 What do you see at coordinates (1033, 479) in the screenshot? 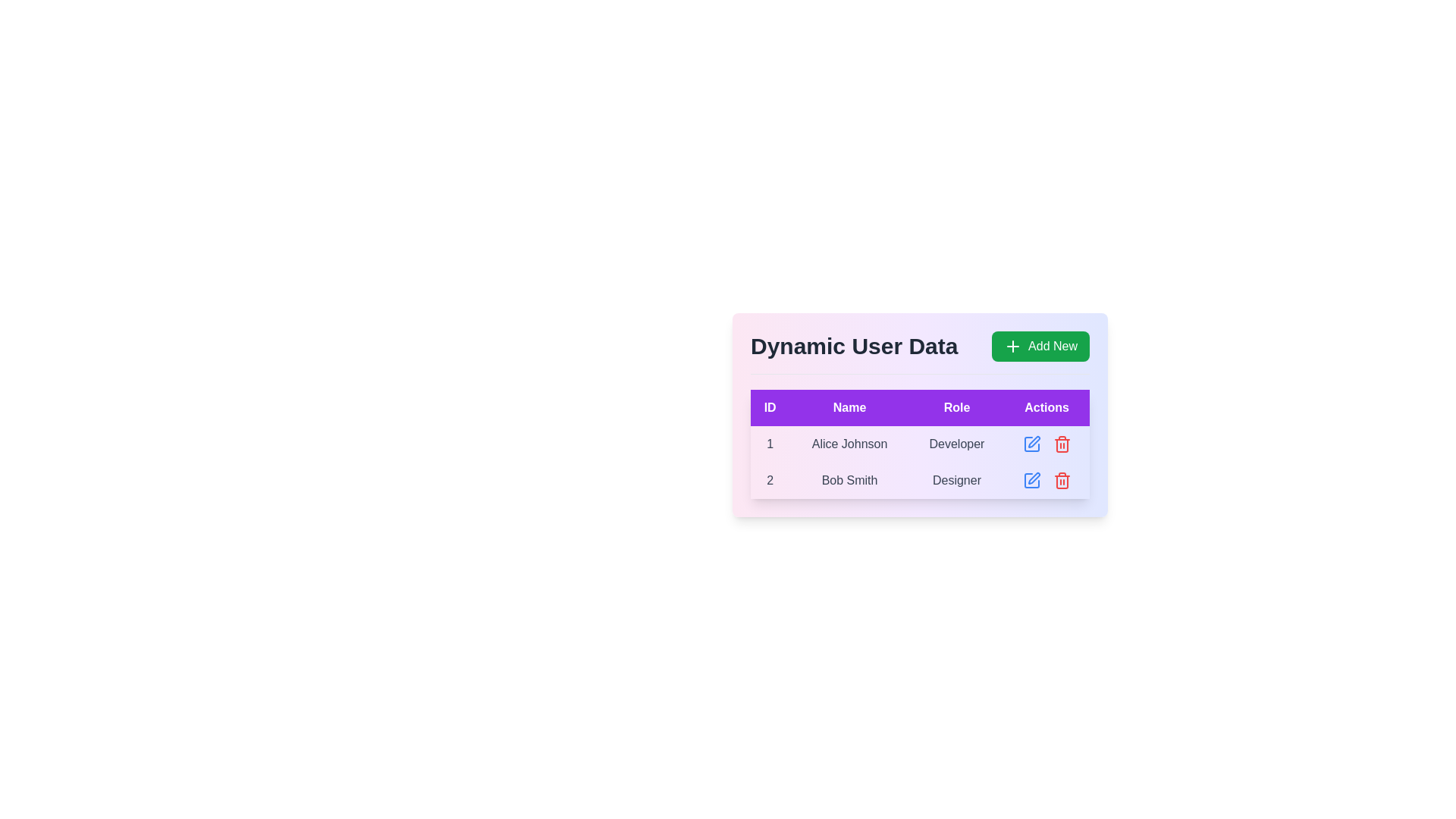
I see `the edit icon represented by a pen intersecting a square in the Actions column of the table corresponding to Alice Johnson` at bounding box center [1033, 479].